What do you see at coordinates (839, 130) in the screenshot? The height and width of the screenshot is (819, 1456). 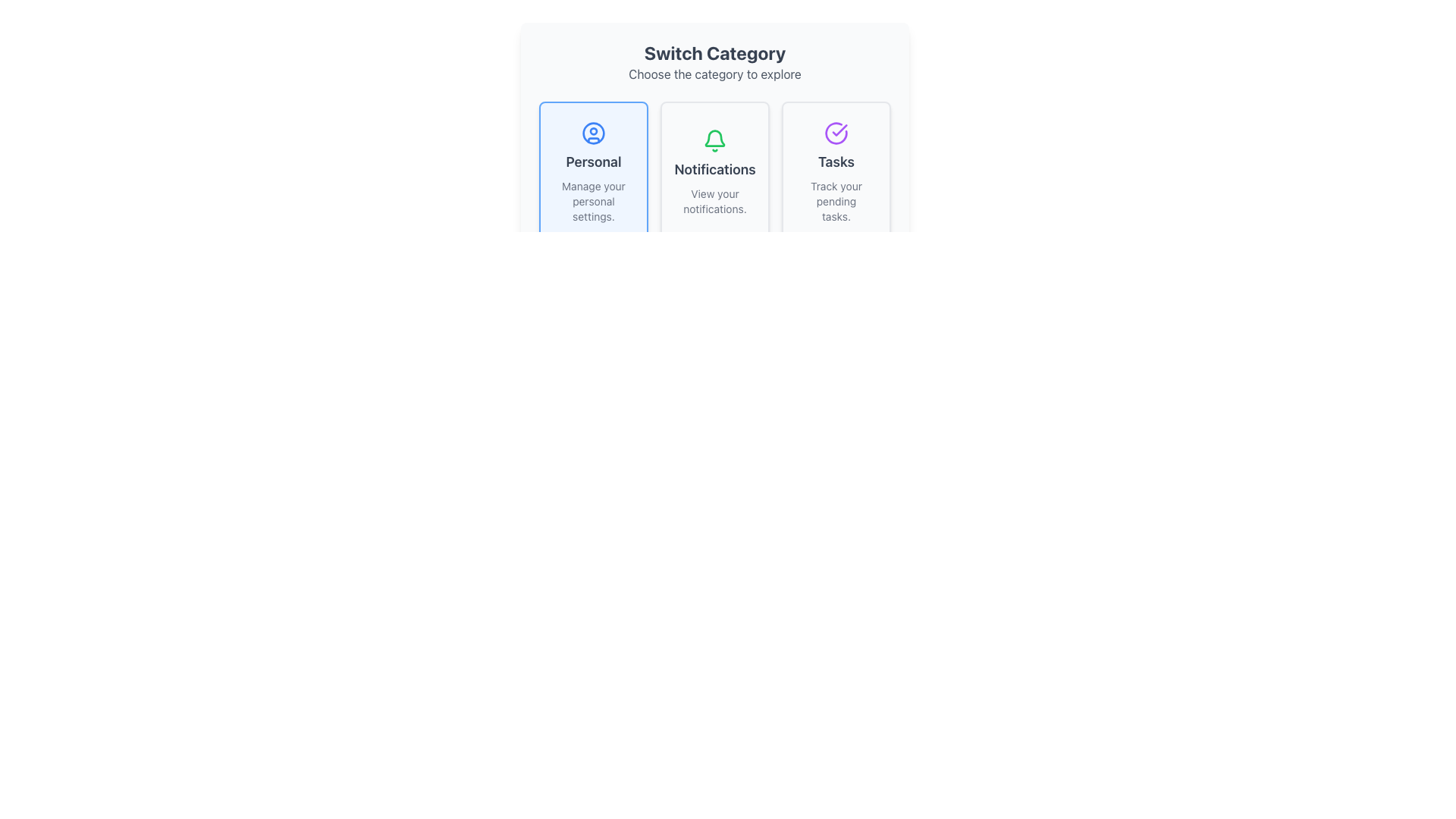 I see `the circular icon with a checkmark that represents the confirmation of the 'Tasks' category, located on the rightmost section of the horizontal layout` at bounding box center [839, 130].